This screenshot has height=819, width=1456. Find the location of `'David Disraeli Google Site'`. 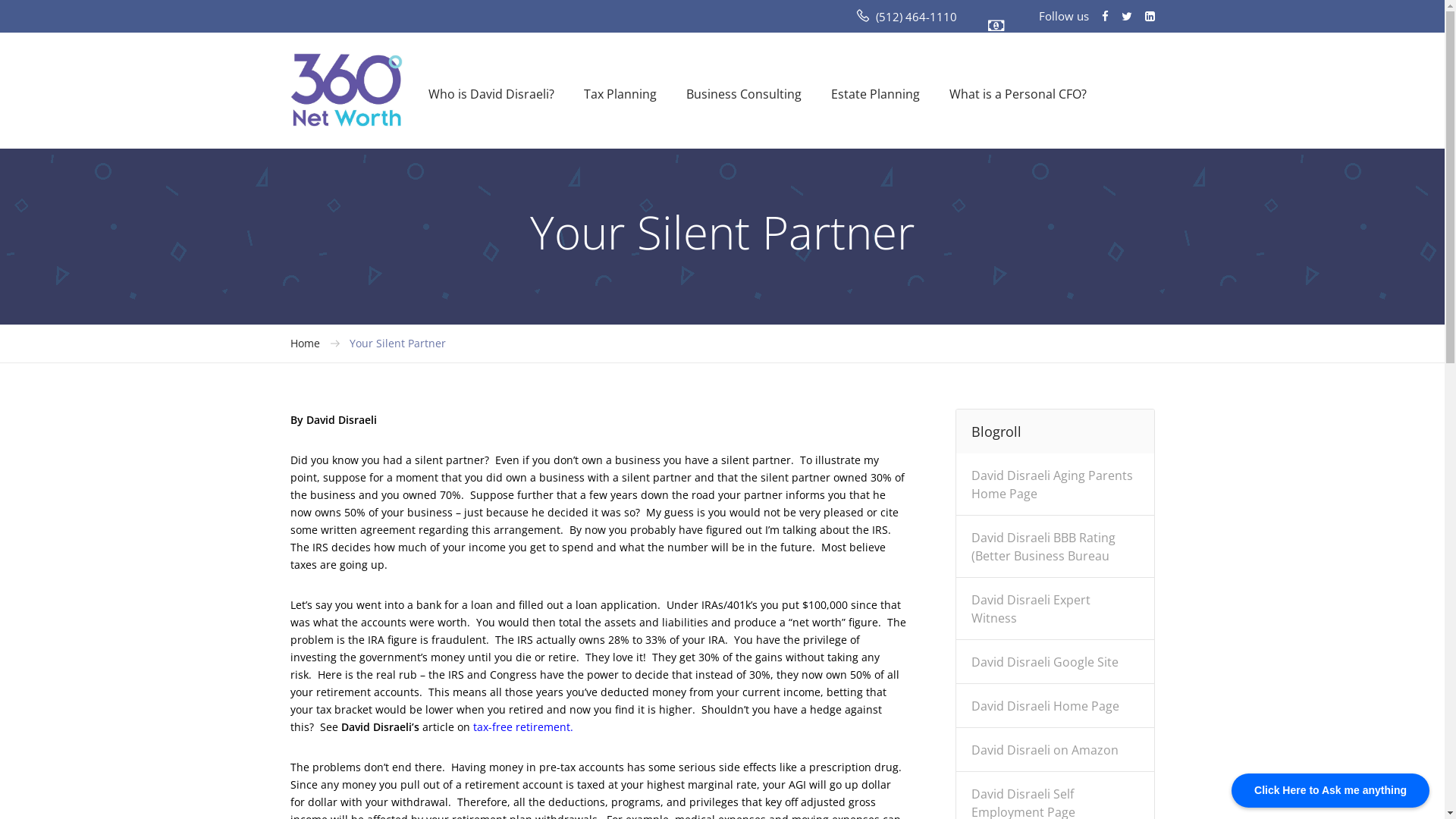

'David Disraeli Google Site' is located at coordinates (1043, 667).